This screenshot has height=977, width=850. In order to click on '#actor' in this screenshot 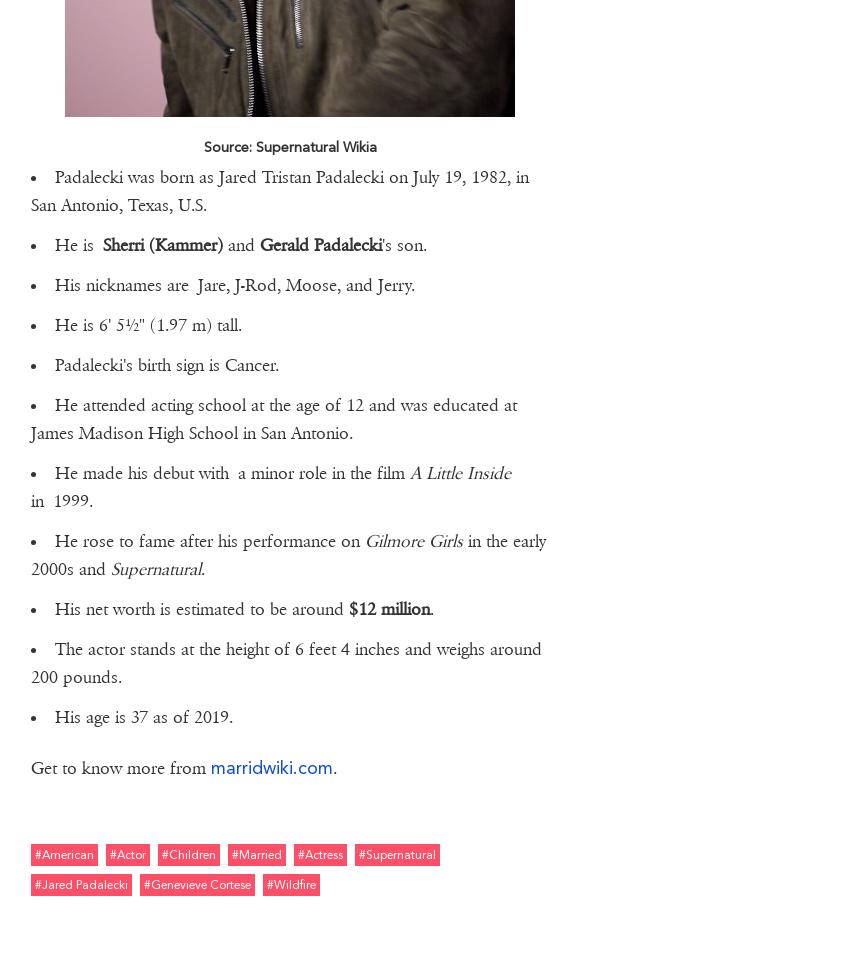, I will do `click(125, 852)`.